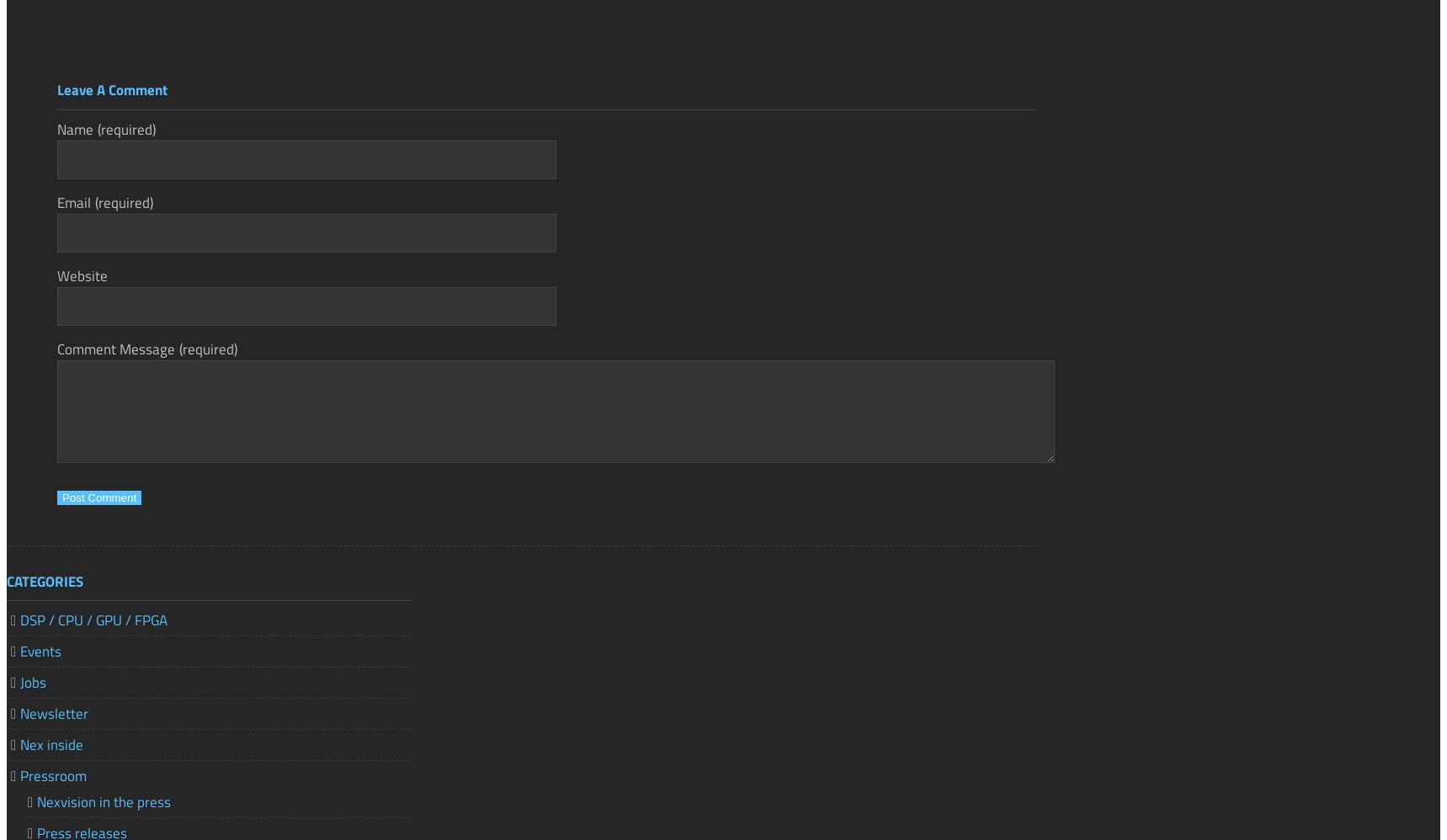 This screenshot has height=840, width=1447. Describe the element at coordinates (75, 127) in the screenshot. I see `'Name'` at that location.